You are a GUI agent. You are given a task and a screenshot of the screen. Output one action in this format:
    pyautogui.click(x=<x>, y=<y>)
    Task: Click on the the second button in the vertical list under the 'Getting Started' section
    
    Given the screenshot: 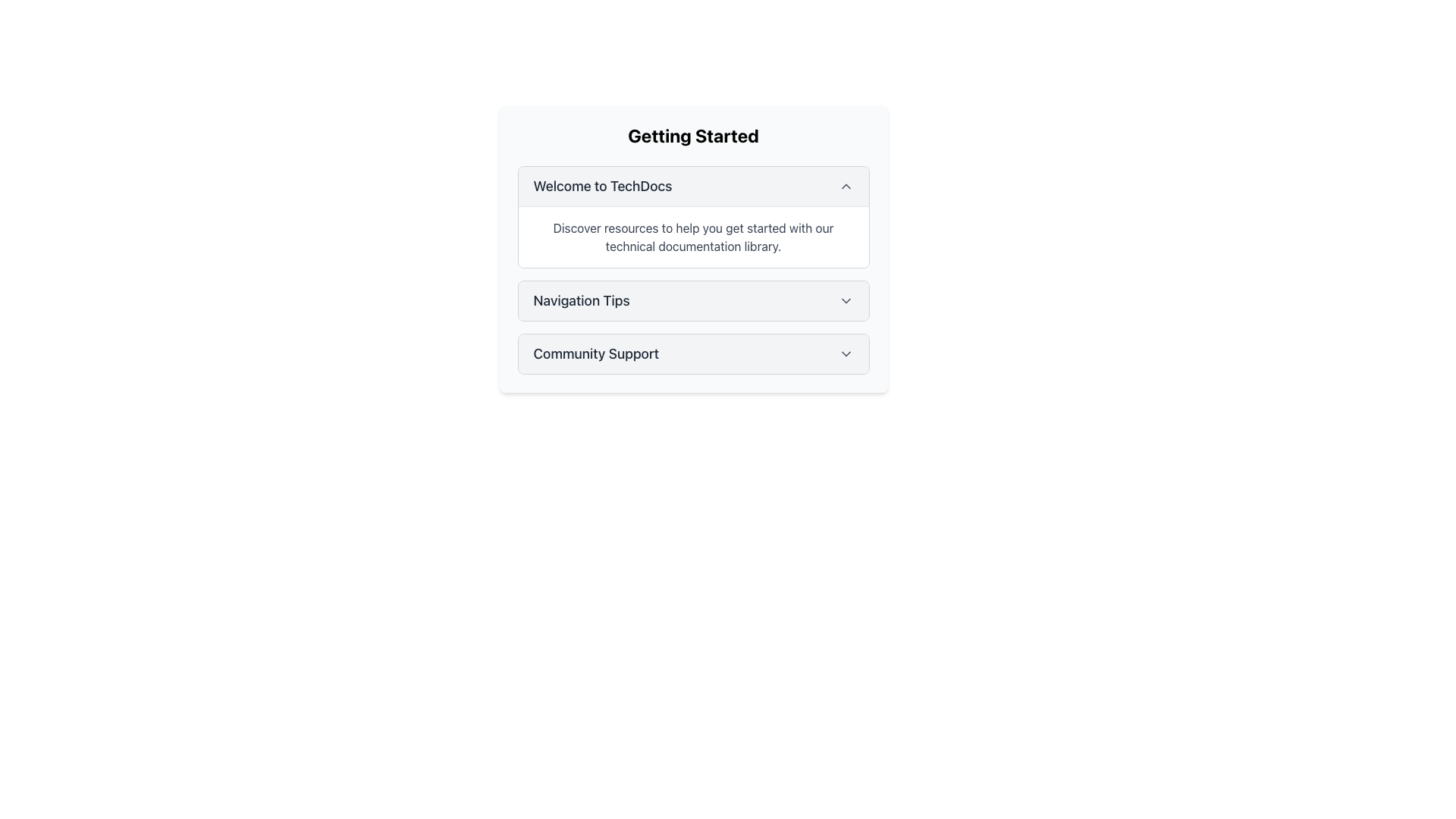 What is the action you would take?
    pyautogui.click(x=692, y=301)
    